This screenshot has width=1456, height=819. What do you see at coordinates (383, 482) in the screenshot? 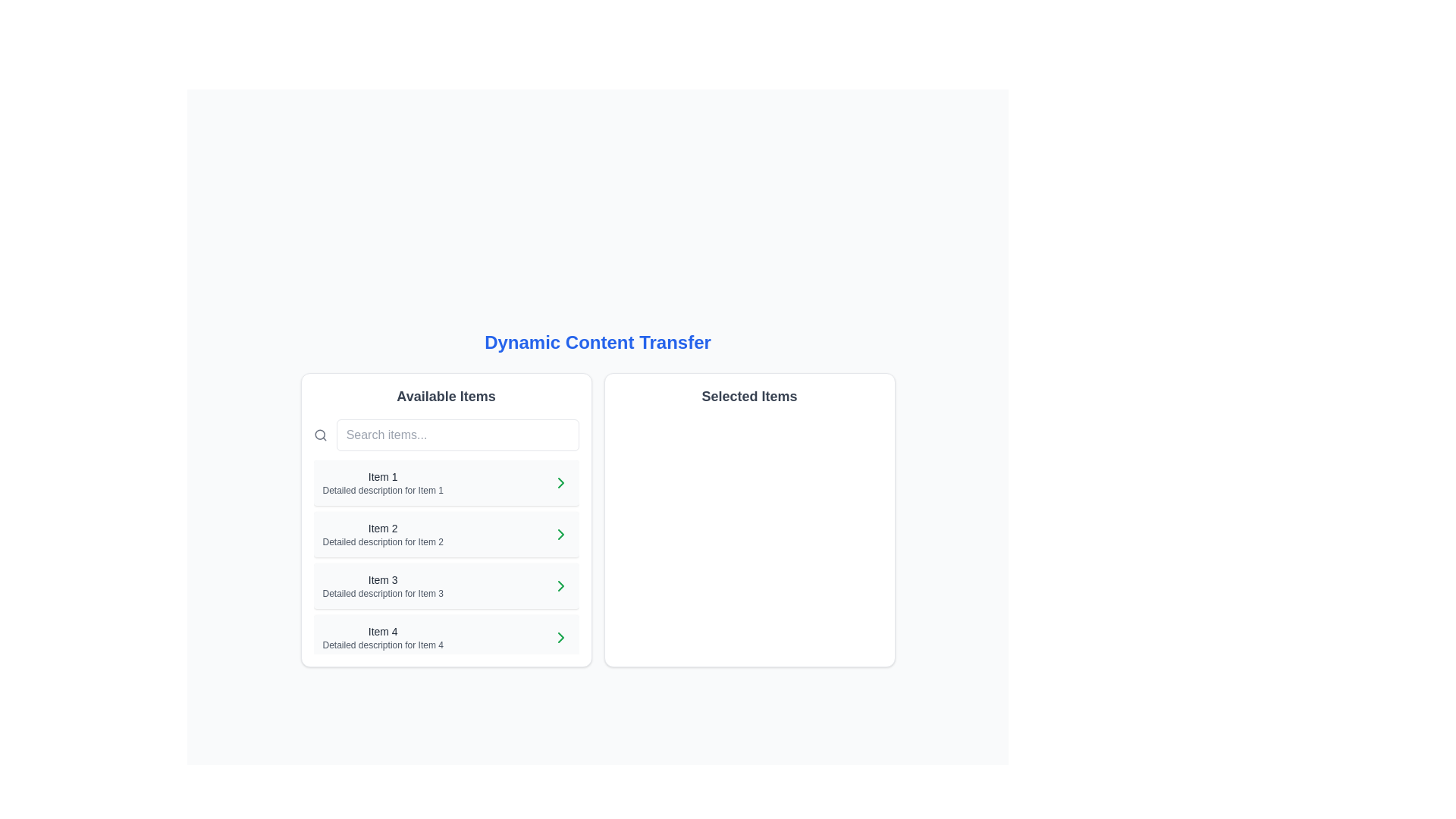
I see `the first item in the 'Available Items' list, which contains a title and a brief description` at bounding box center [383, 482].